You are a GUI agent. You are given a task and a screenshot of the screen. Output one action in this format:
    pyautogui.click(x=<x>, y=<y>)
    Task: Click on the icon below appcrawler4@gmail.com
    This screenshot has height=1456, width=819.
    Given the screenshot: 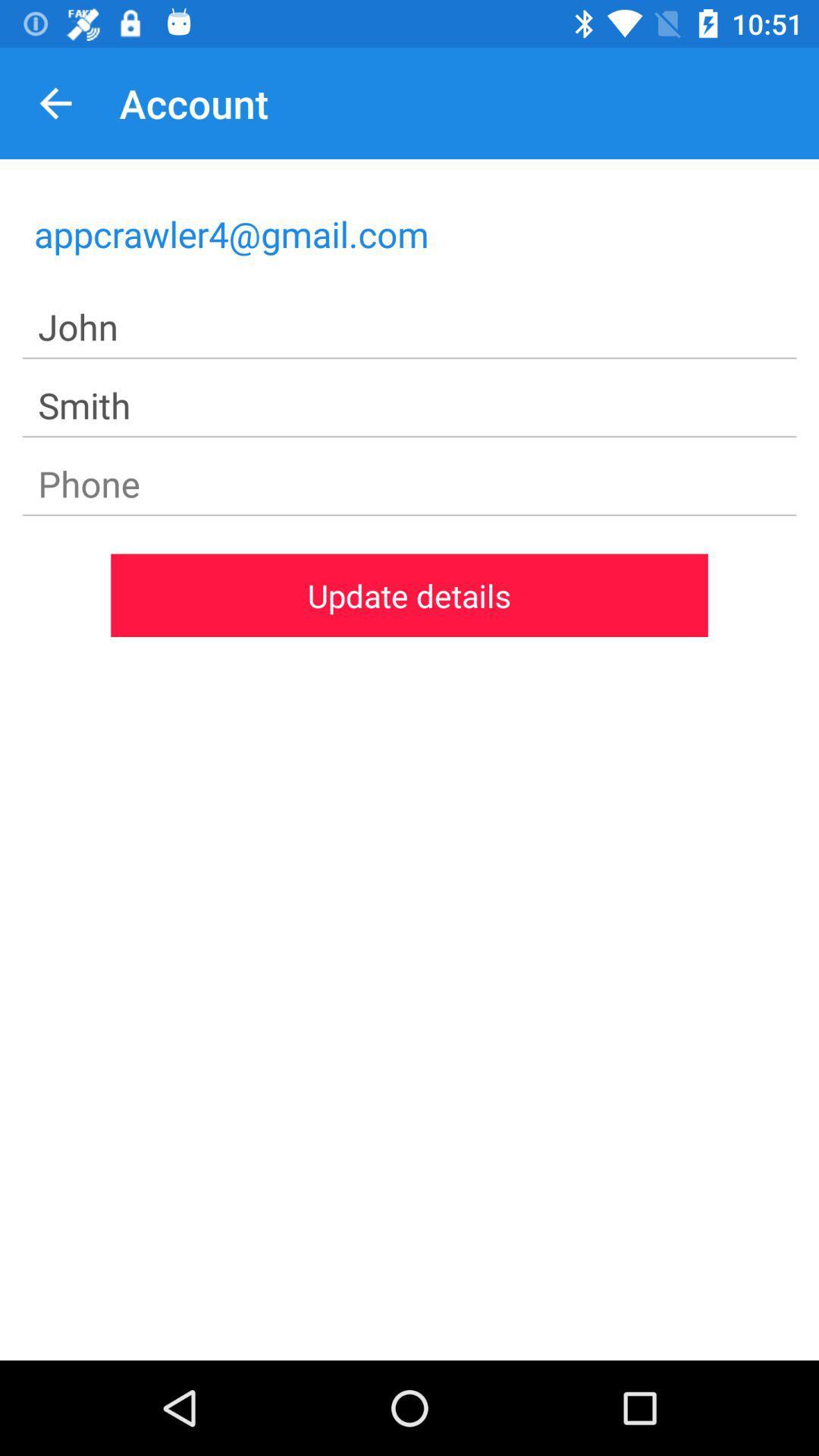 What is the action you would take?
    pyautogui.click(x=409, y=327)
    